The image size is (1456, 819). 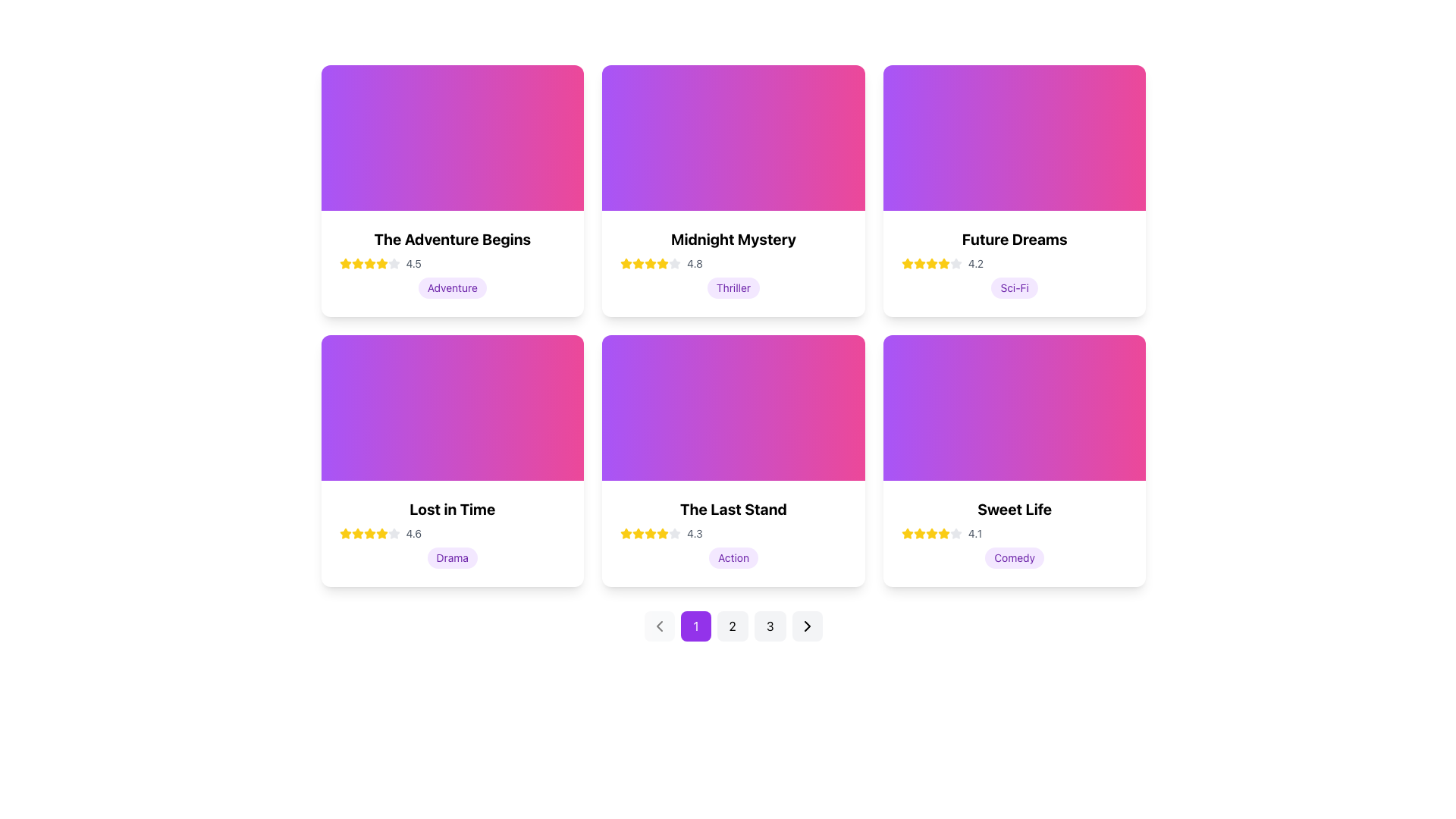 I want to click on the third yellow star icon in the rating system for the 'Future Dreams' movie review card, which represents a rating of 4.2, so click(x=918, y=262).